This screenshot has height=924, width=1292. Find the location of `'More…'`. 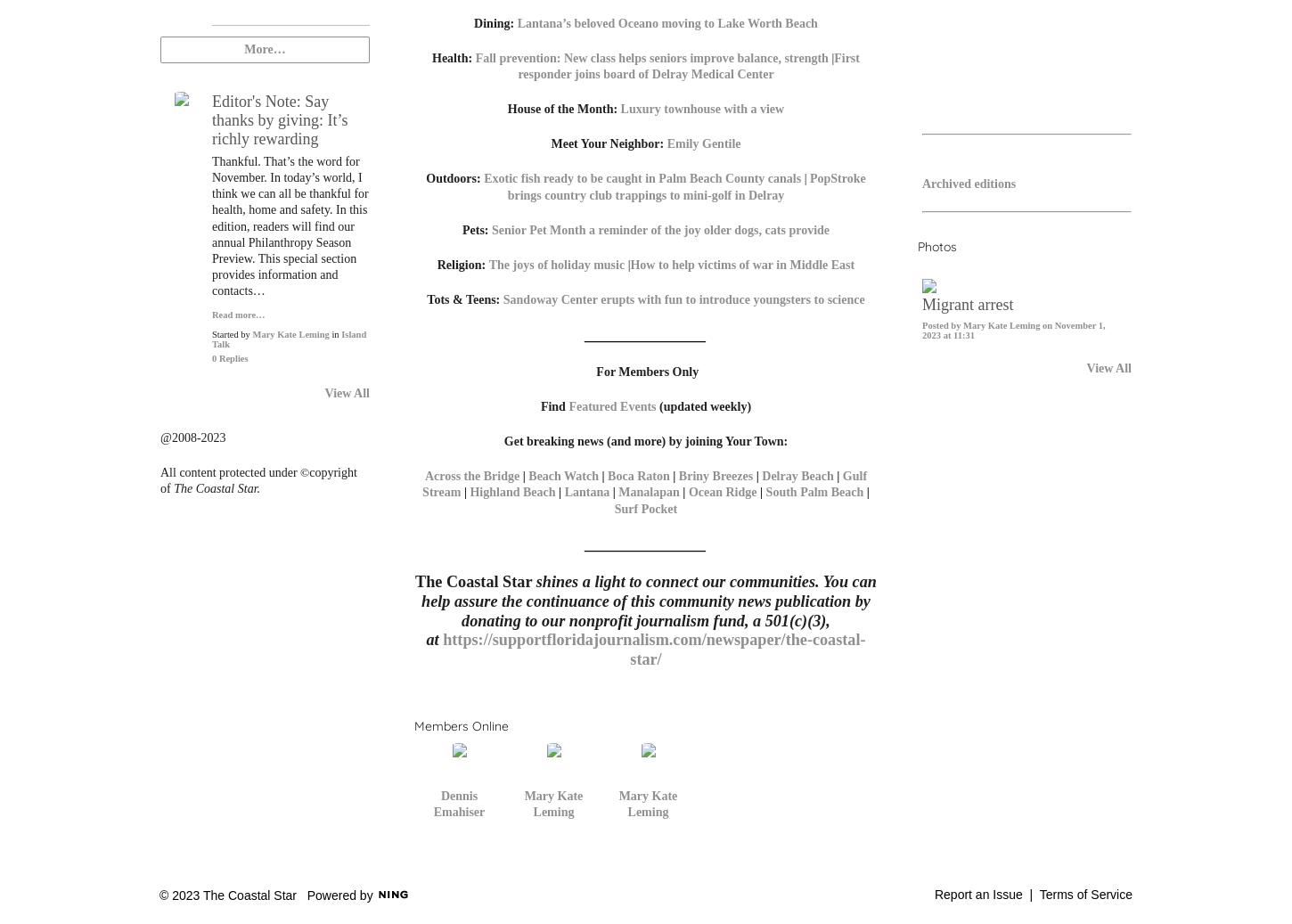

'More…' is located at coordinates (244, 47).